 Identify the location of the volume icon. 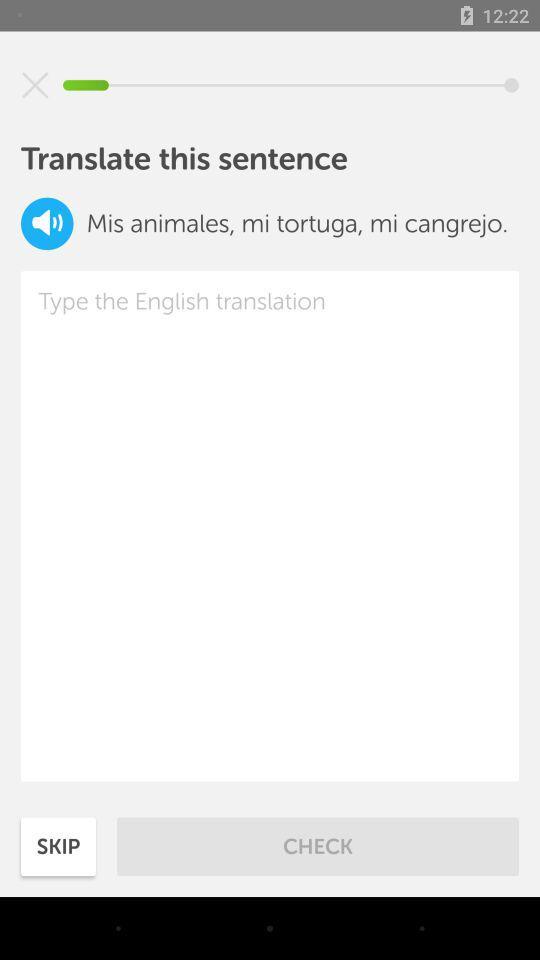
(47, 223).